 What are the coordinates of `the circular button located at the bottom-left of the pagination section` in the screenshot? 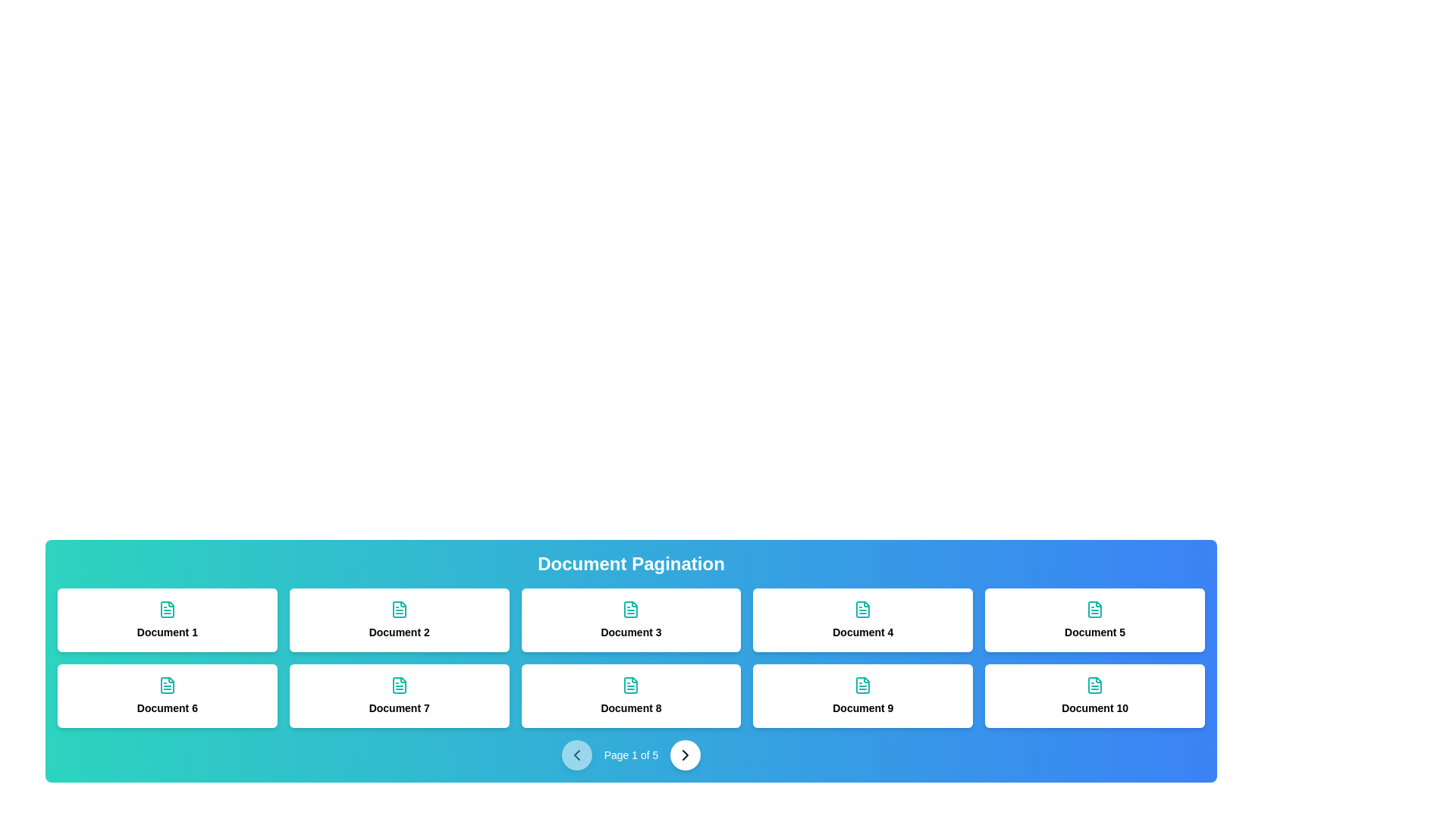 It's located at (576, 755).